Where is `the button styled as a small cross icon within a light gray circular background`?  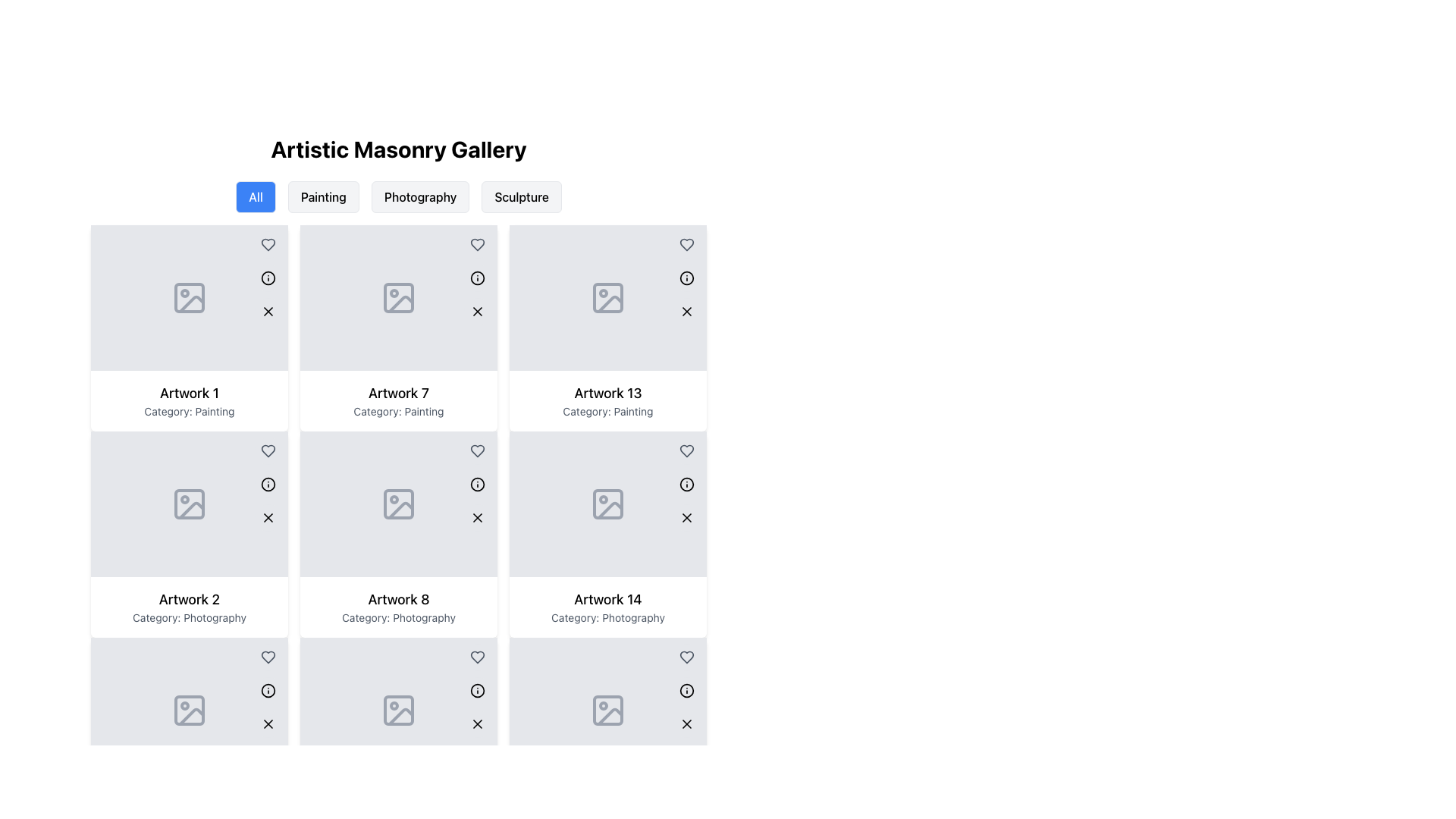
the button styled as a small cross icon within a light gray circular background is located at coordinates (476, 516).